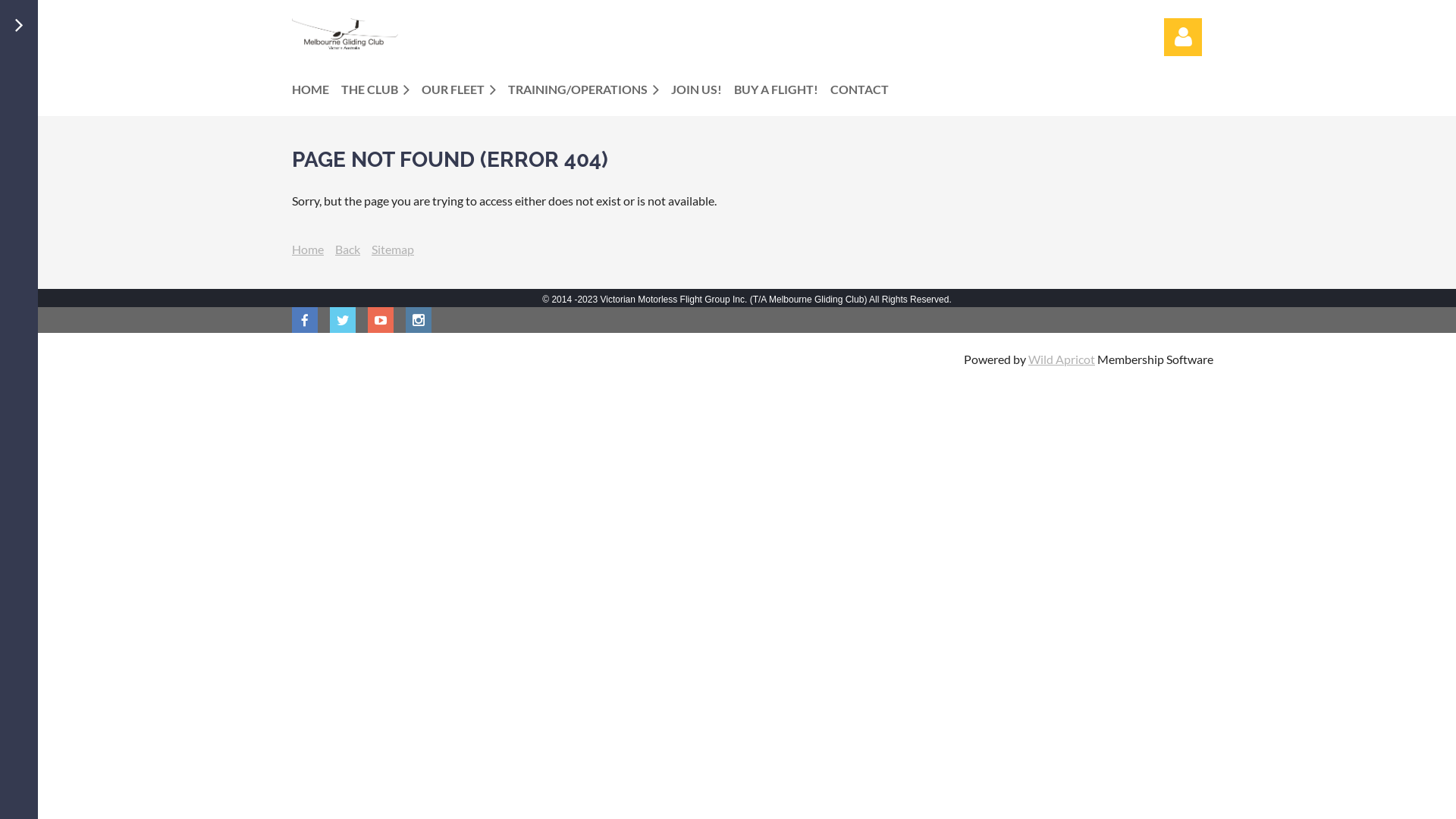 The height and width of the screenshot is (819, 1456). I want to click on 'OUR FLEET', so click(464, 89).